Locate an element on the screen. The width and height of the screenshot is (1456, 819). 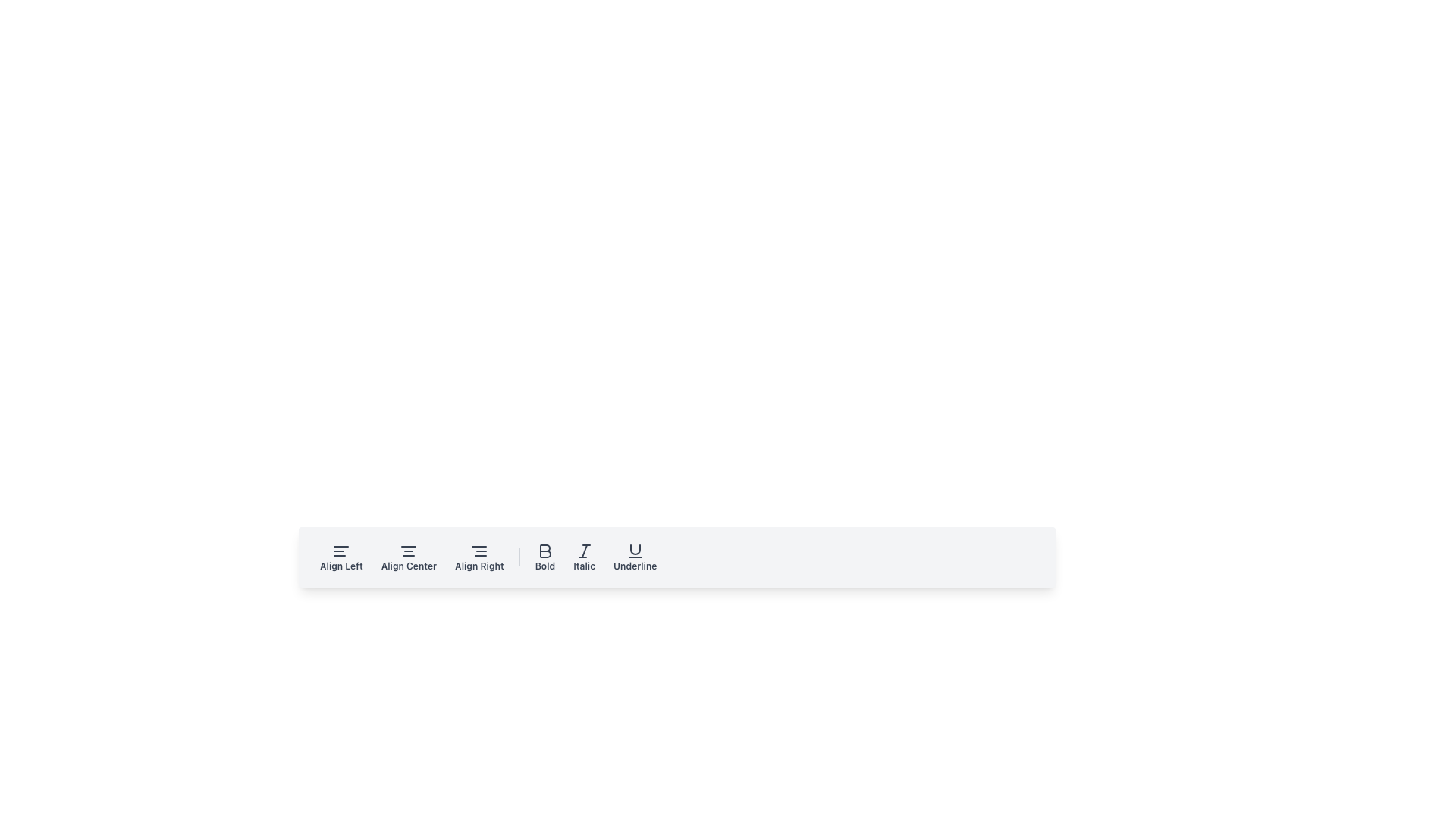
the 'Align Left' button located in the top-left corner of the toolbar to align content to the left is located at coordinates (340, 551).